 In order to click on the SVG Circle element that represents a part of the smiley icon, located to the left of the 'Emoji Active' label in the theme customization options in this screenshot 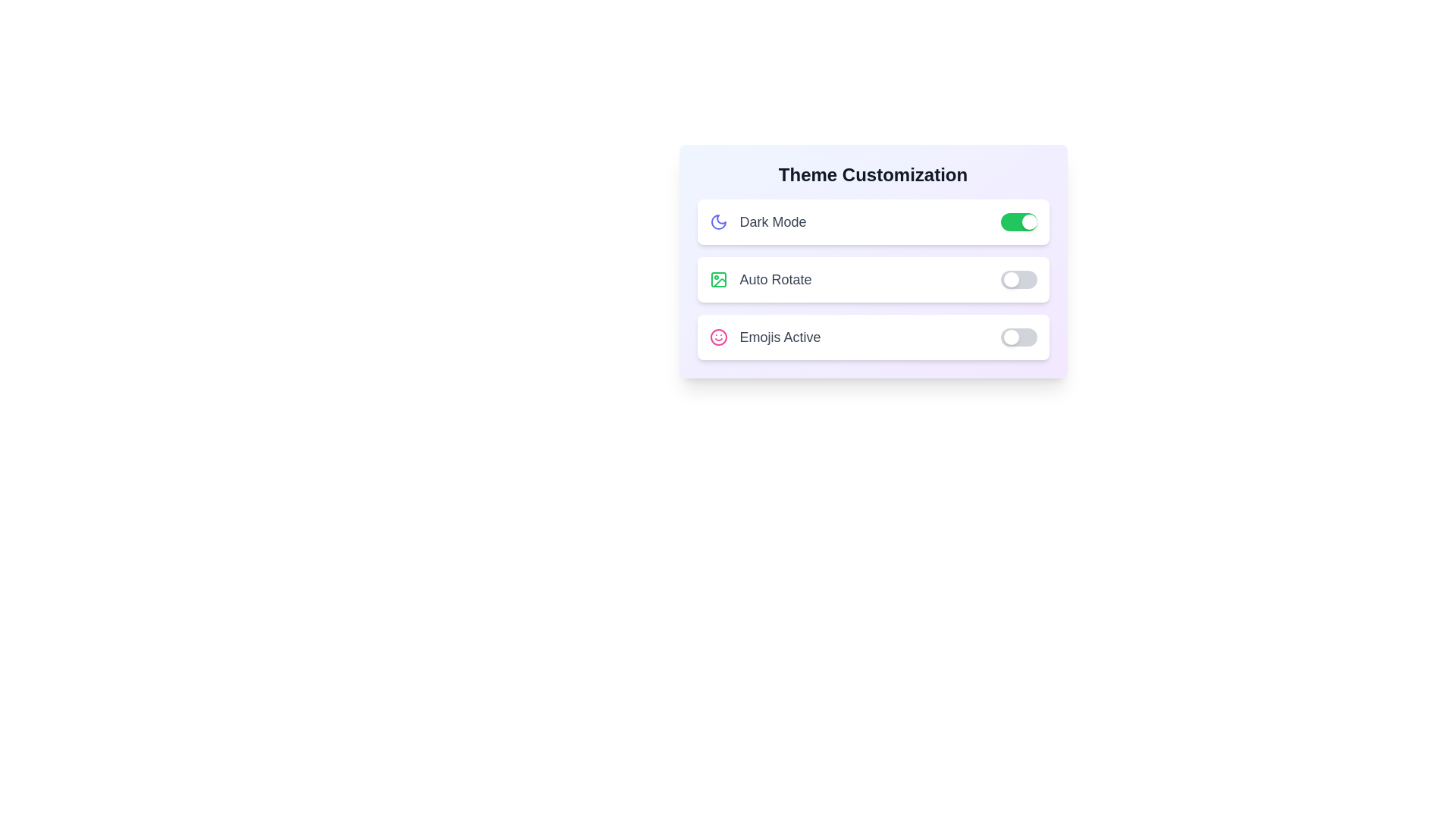, I will do `click(717, 336)`.